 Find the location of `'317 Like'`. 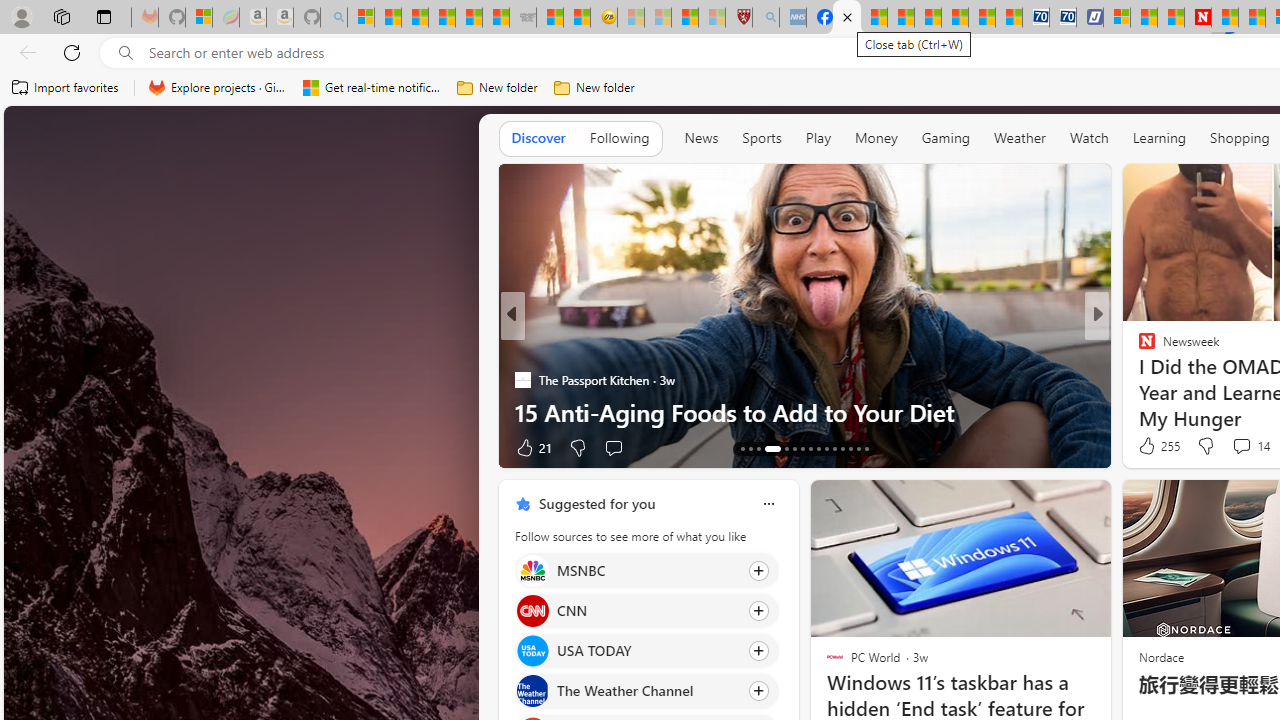

'317 Like' is located at coordinates (1152, 446).